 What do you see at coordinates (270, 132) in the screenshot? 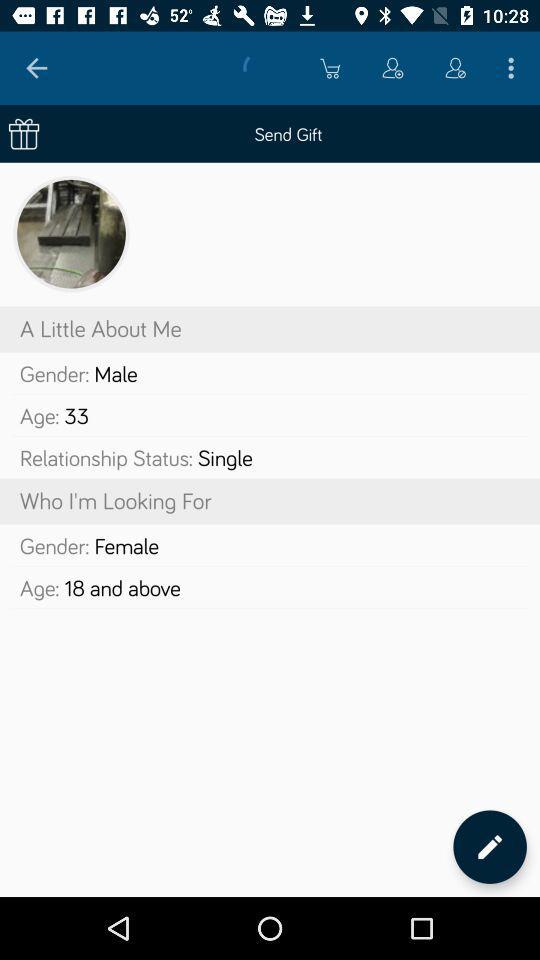
I see `send gift icon` at bounding box center [270, 132].